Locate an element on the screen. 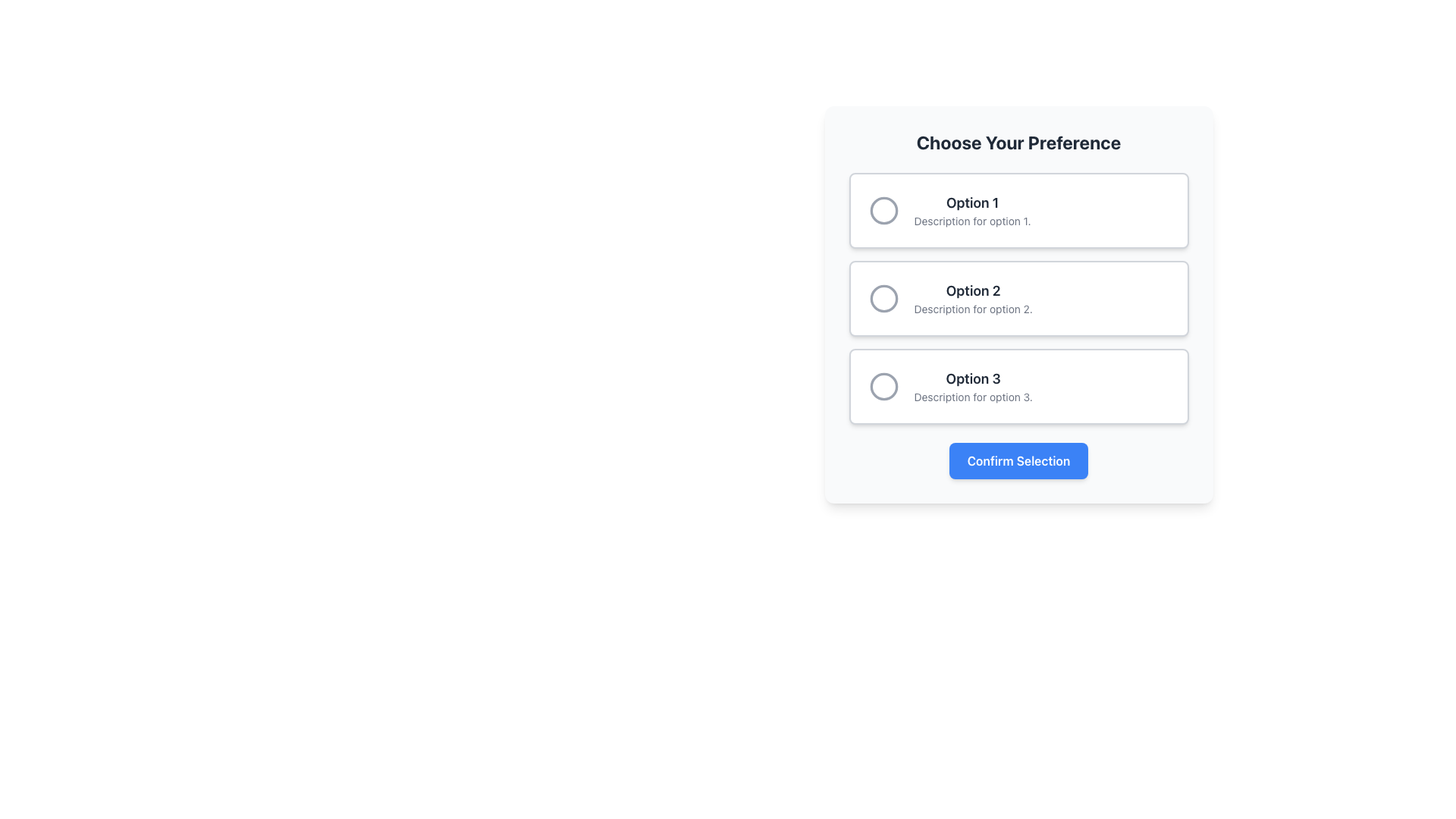 The height and width of the screenshot is (819, 1456). the gray circular icon located to the left of the text 'Option 1' within the first selectable card is located at coordinates (883, 210).